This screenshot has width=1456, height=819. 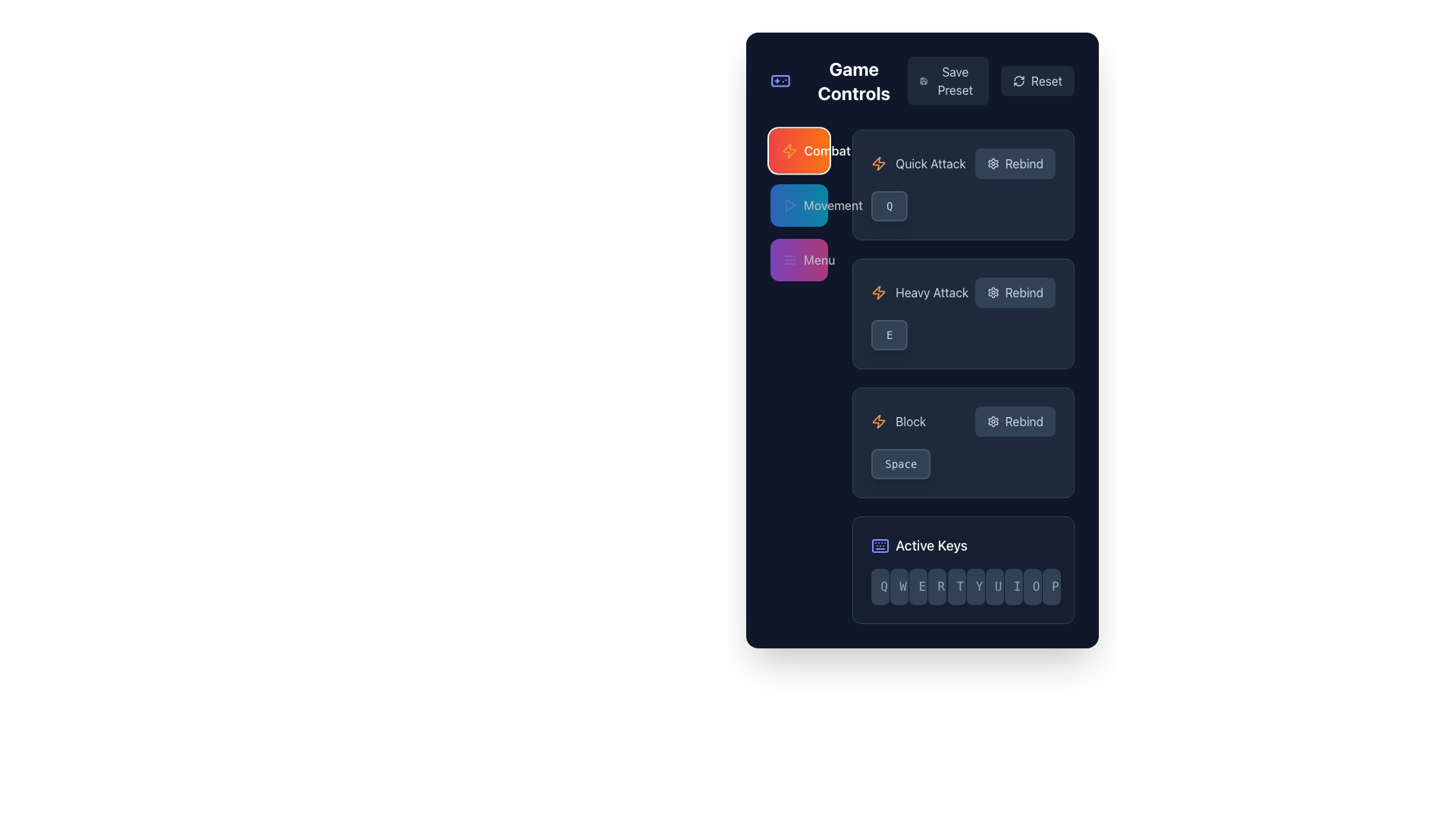 What do you see at coordinates (1015, 292) in the screenshot?
I see `the 'Rebind' button with a gear icon, located below the 'Heavy Attack' label, to rebind the control` at bounding box center [1015, 292].